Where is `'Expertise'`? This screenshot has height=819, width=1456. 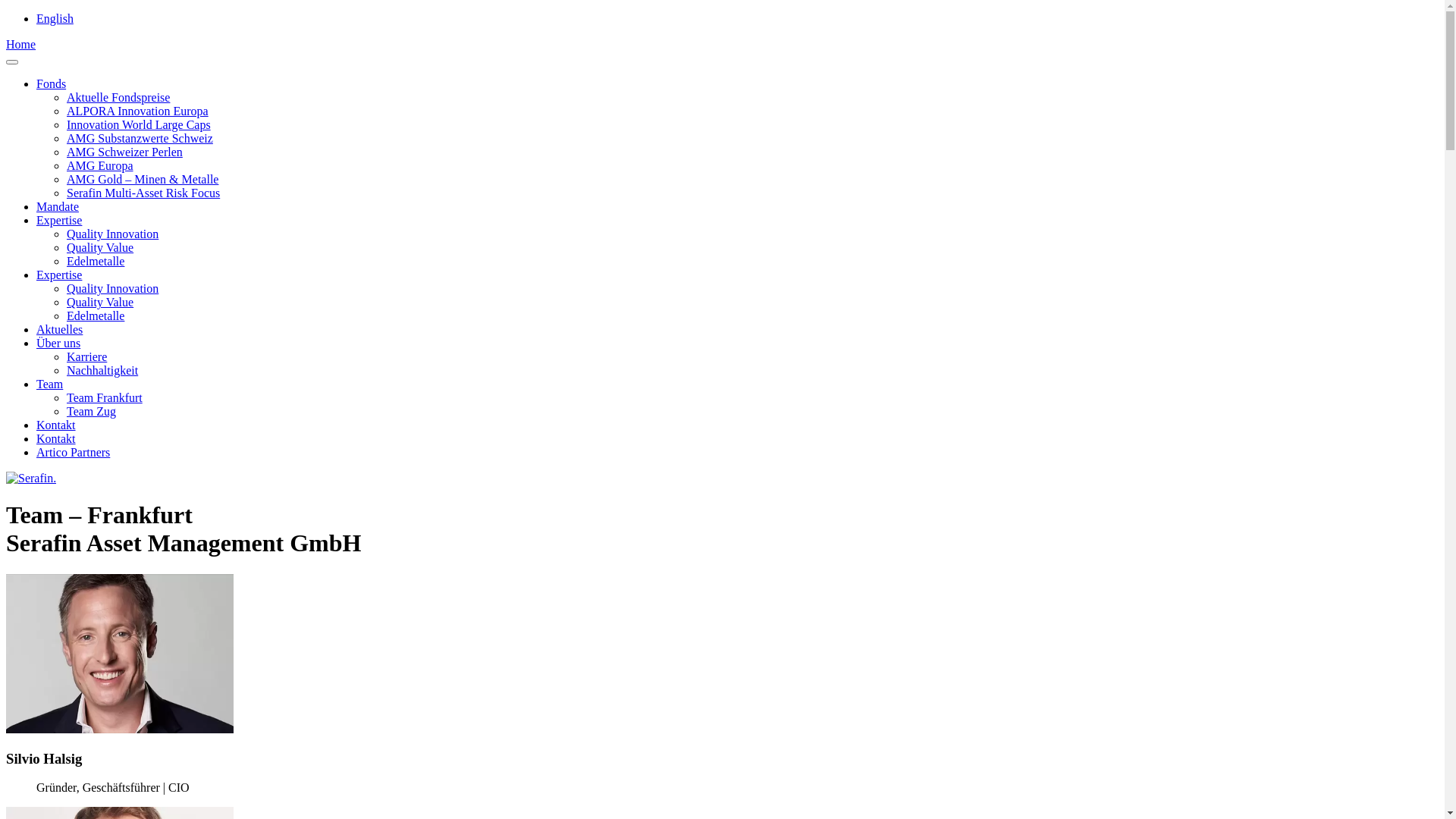
'Expertise' is located at coordinates (58, 275).